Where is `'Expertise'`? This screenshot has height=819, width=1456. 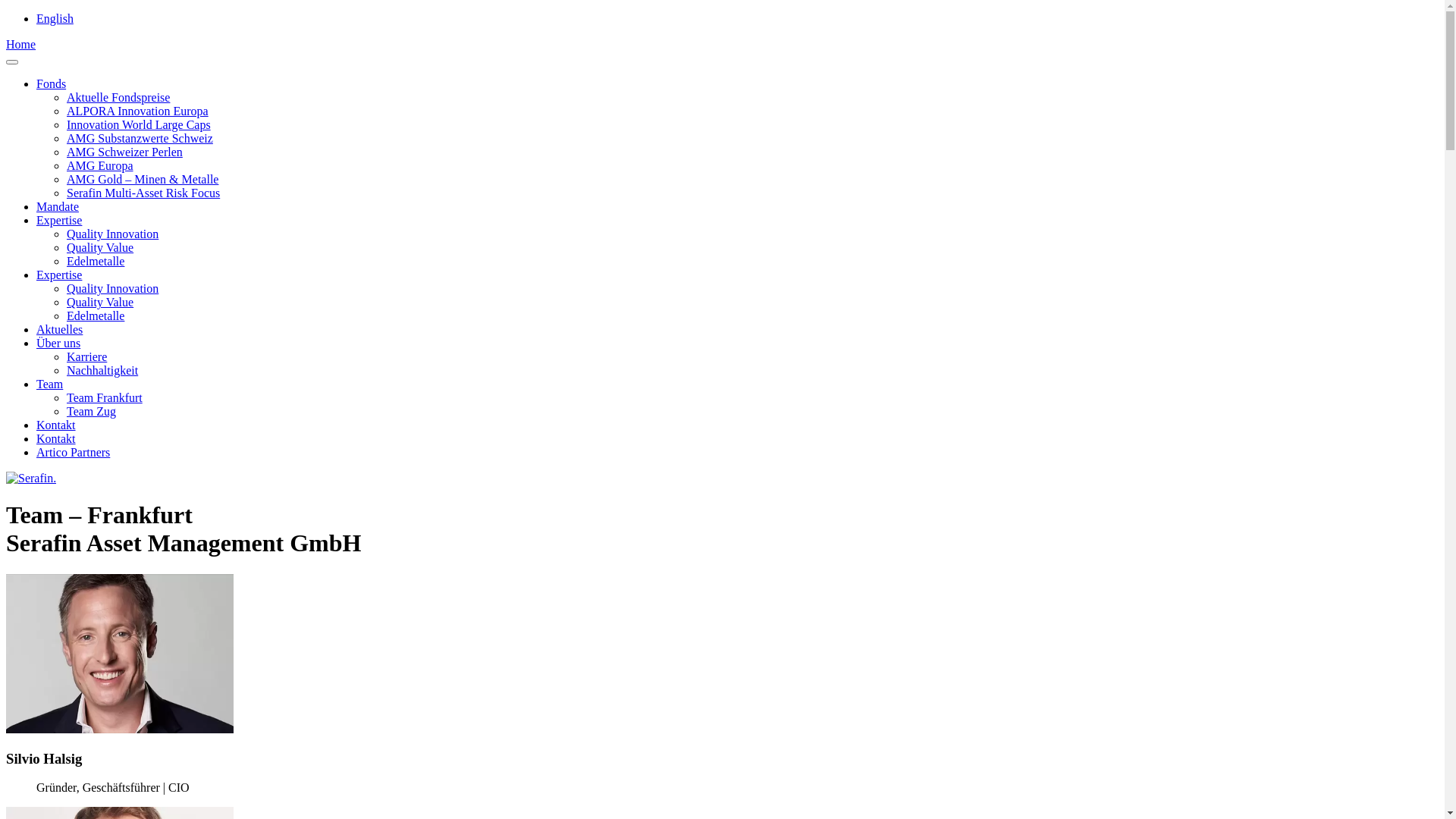
'Expertise' is located at coordinates (58, 275).